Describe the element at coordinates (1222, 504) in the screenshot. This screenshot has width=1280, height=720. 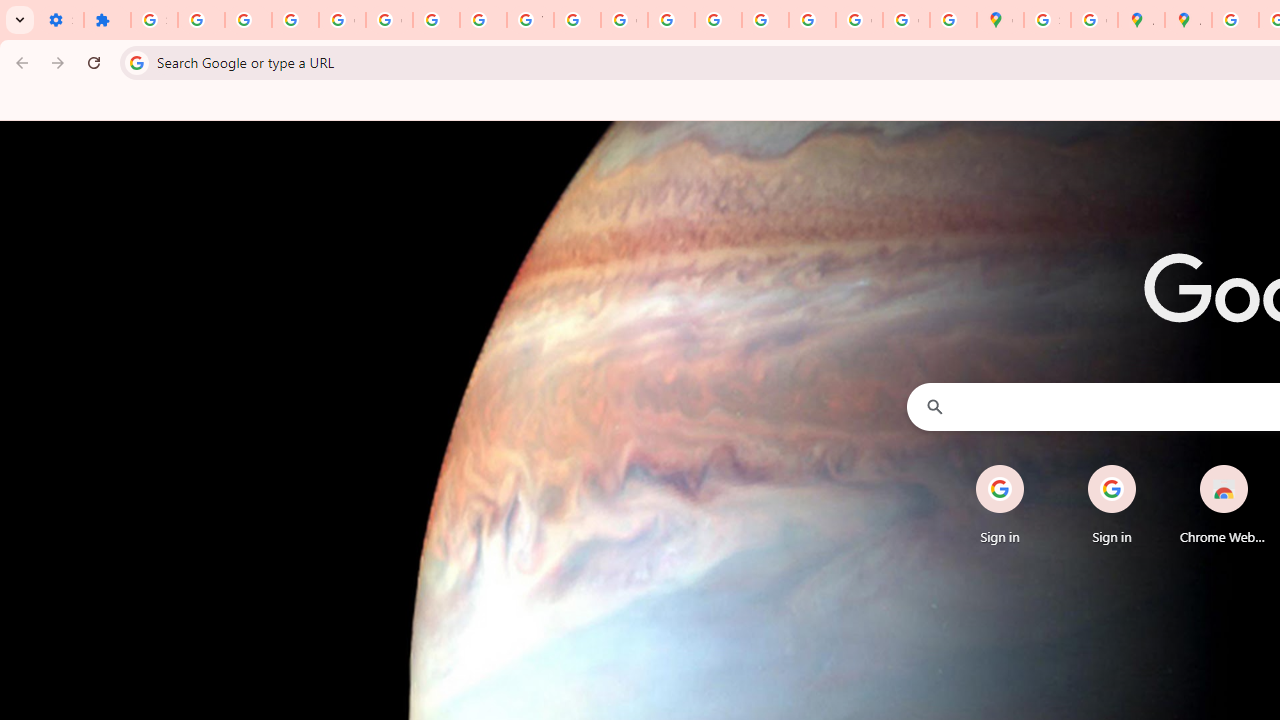
I see `'Chrome Web Store'` at that location.